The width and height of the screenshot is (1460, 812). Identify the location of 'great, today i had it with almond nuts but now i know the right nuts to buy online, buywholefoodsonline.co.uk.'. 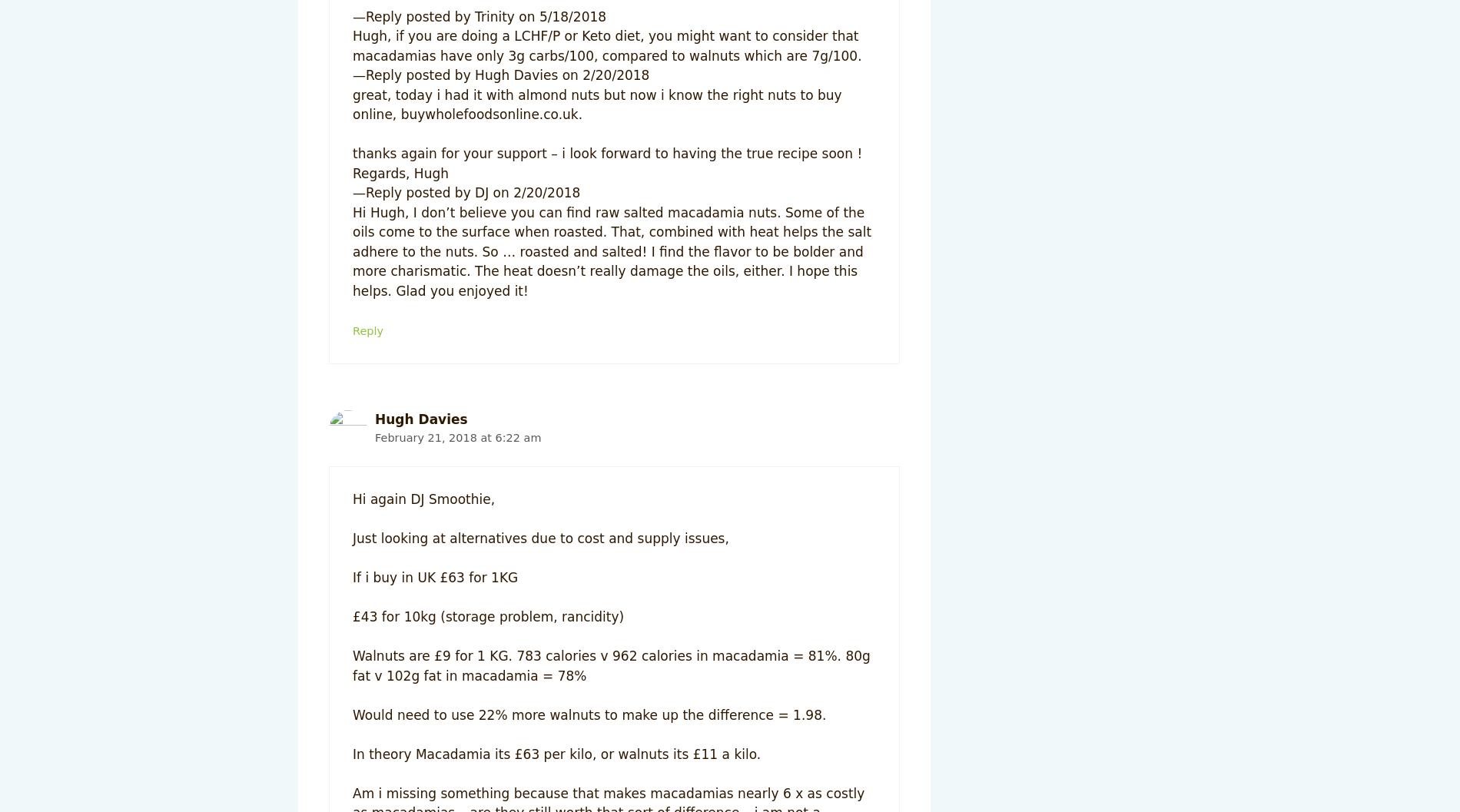
(596, 104).